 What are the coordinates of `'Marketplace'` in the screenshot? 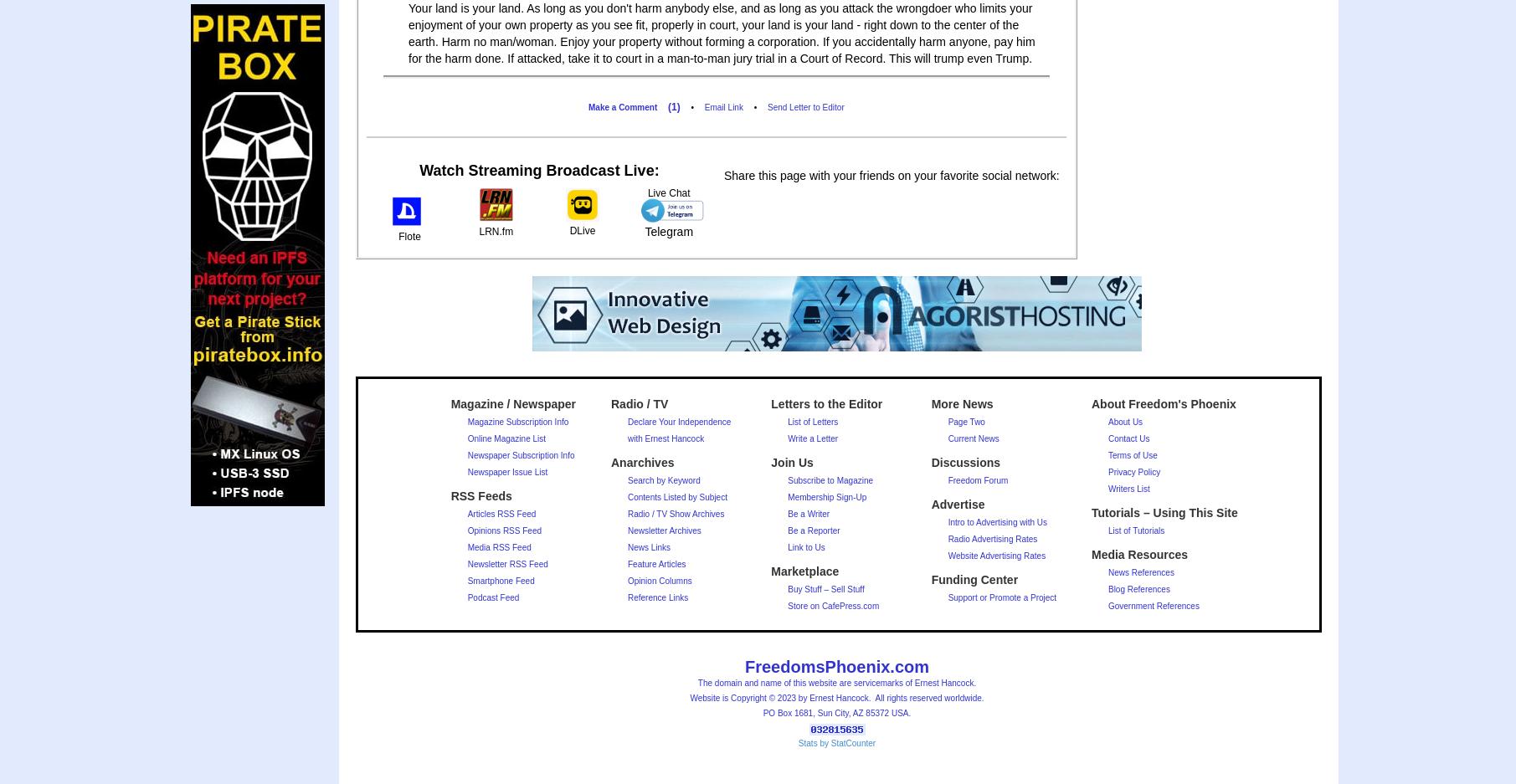 It's located at (804, 570).